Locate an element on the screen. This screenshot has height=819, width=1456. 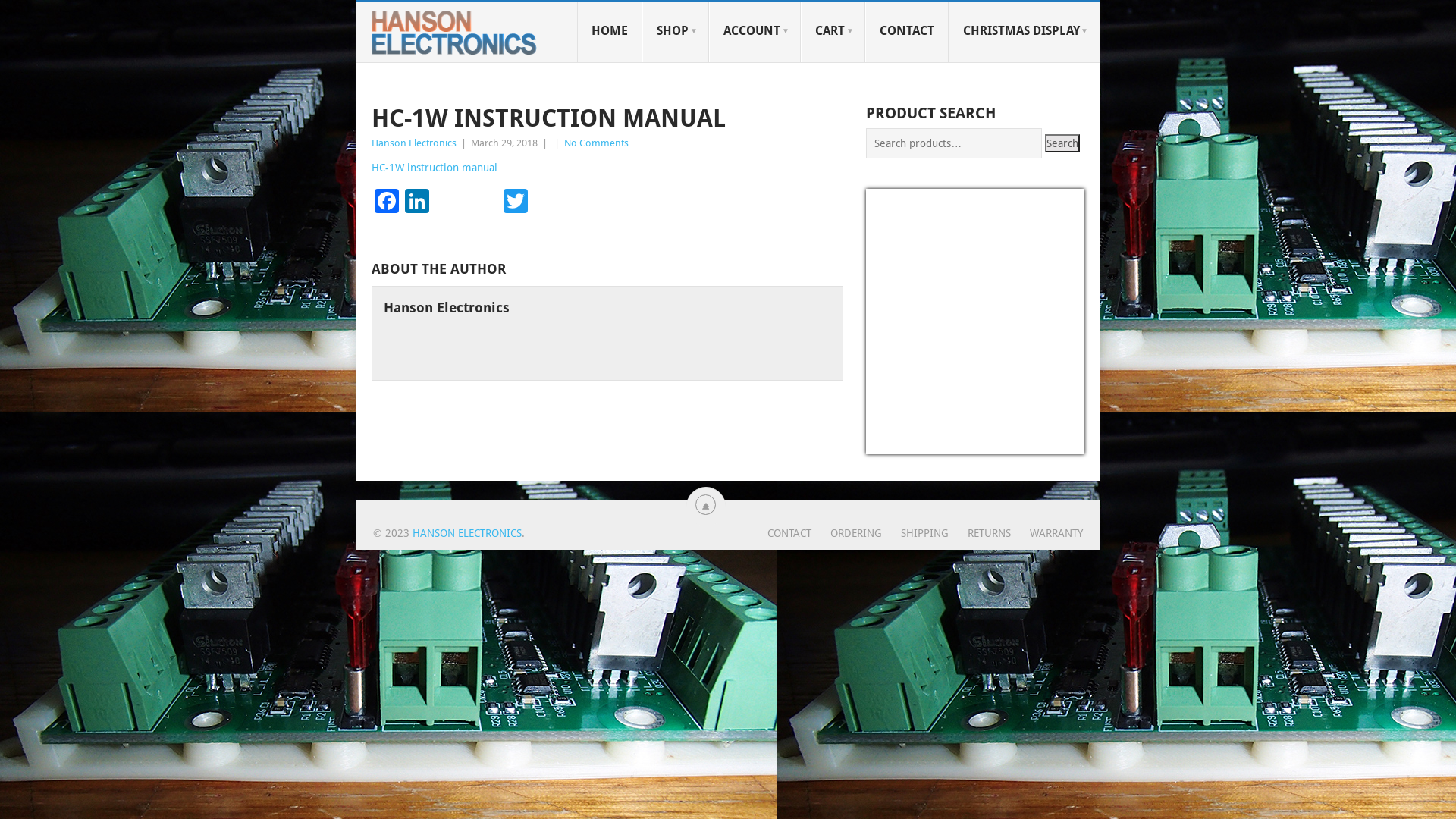
'SHIPPING' is located at coordinates (881, 532).